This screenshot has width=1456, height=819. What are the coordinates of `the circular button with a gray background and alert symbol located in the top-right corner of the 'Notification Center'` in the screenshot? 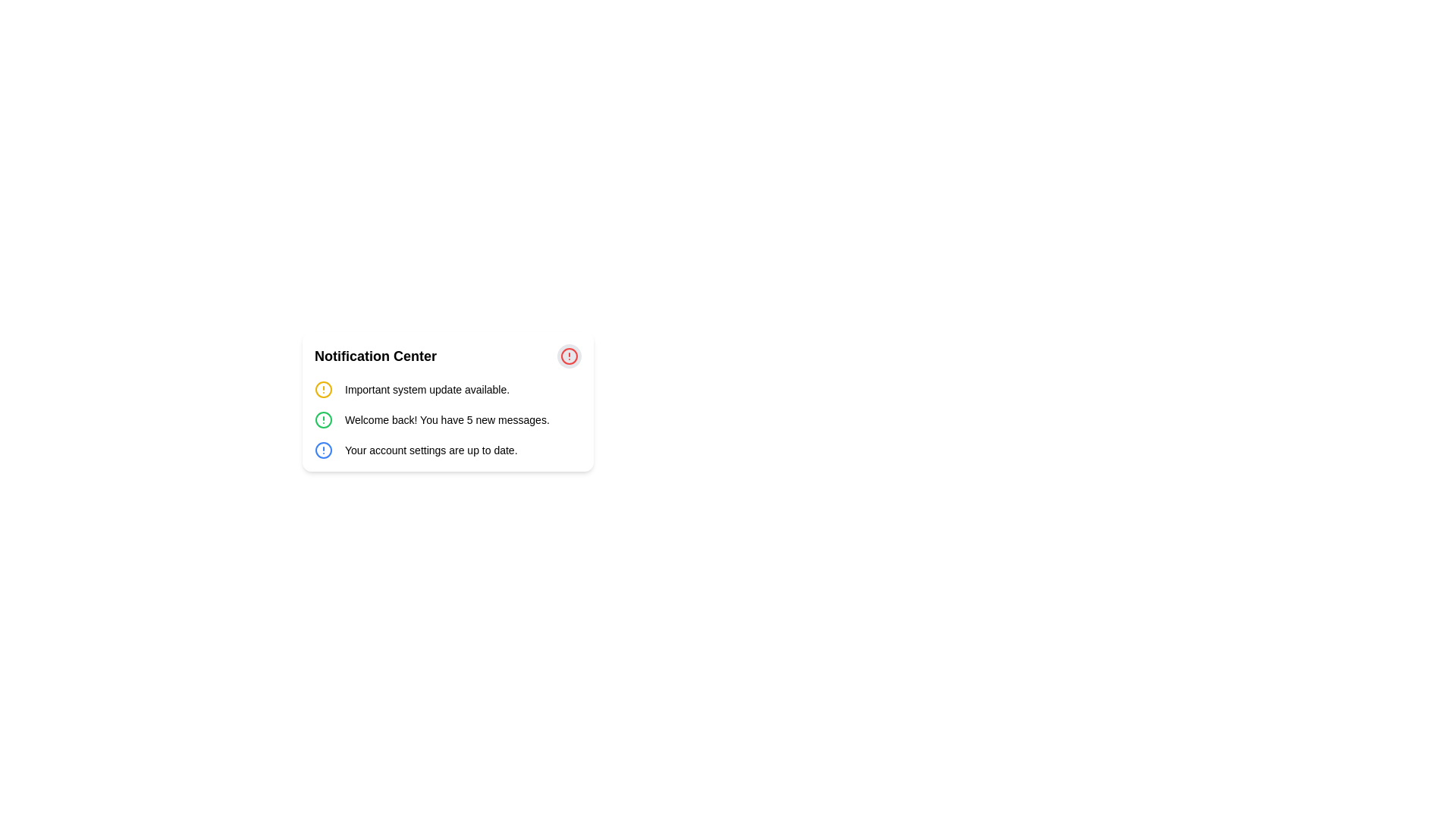 It's located at (568, 356).